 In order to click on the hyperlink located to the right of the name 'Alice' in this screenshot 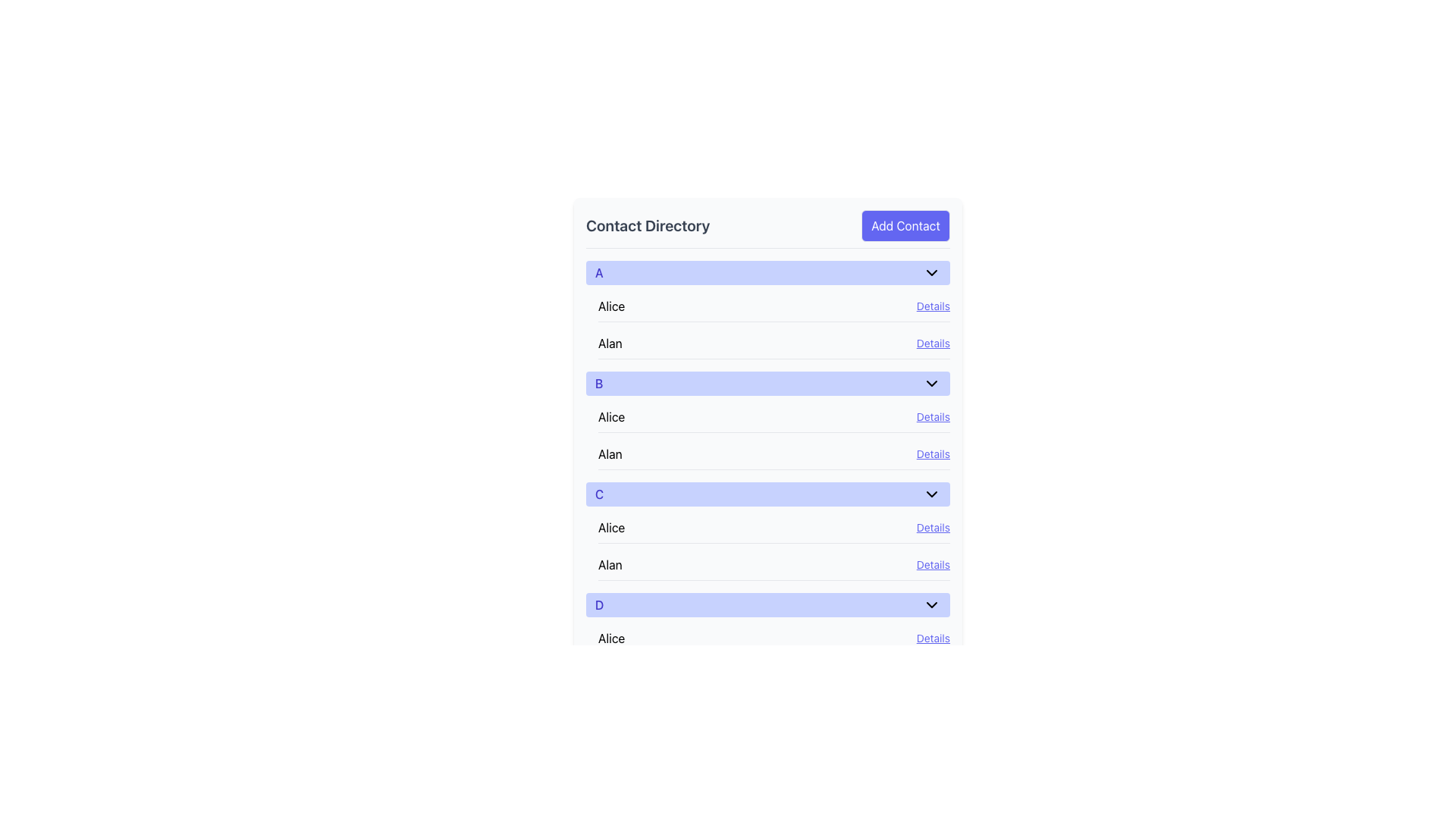, I will do `click(932, 306)`.